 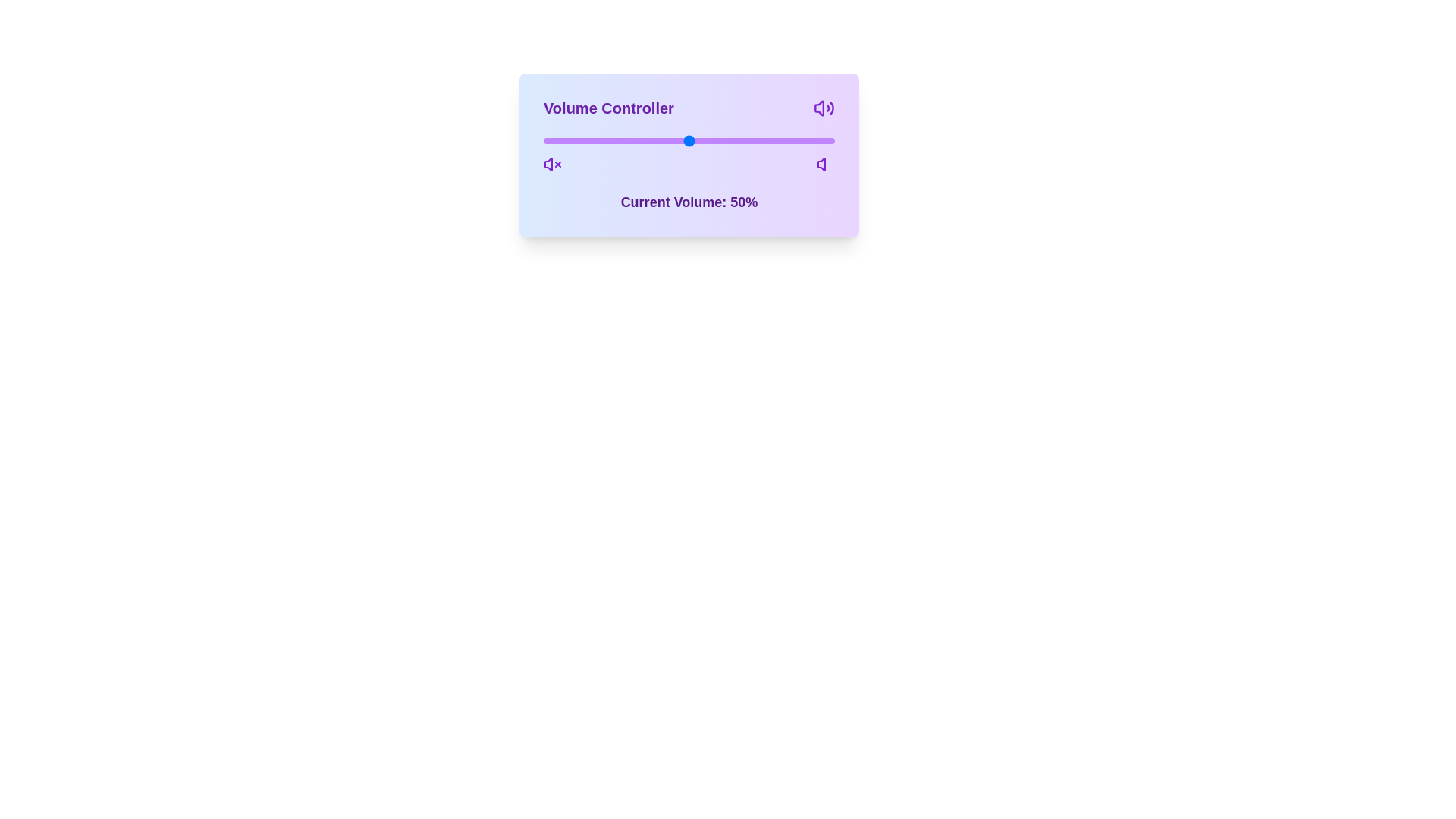 What do you see at coordinates (777, 140) in the screenshot?
I see `the volume slider to 80%` at bounding box center [777, 140].